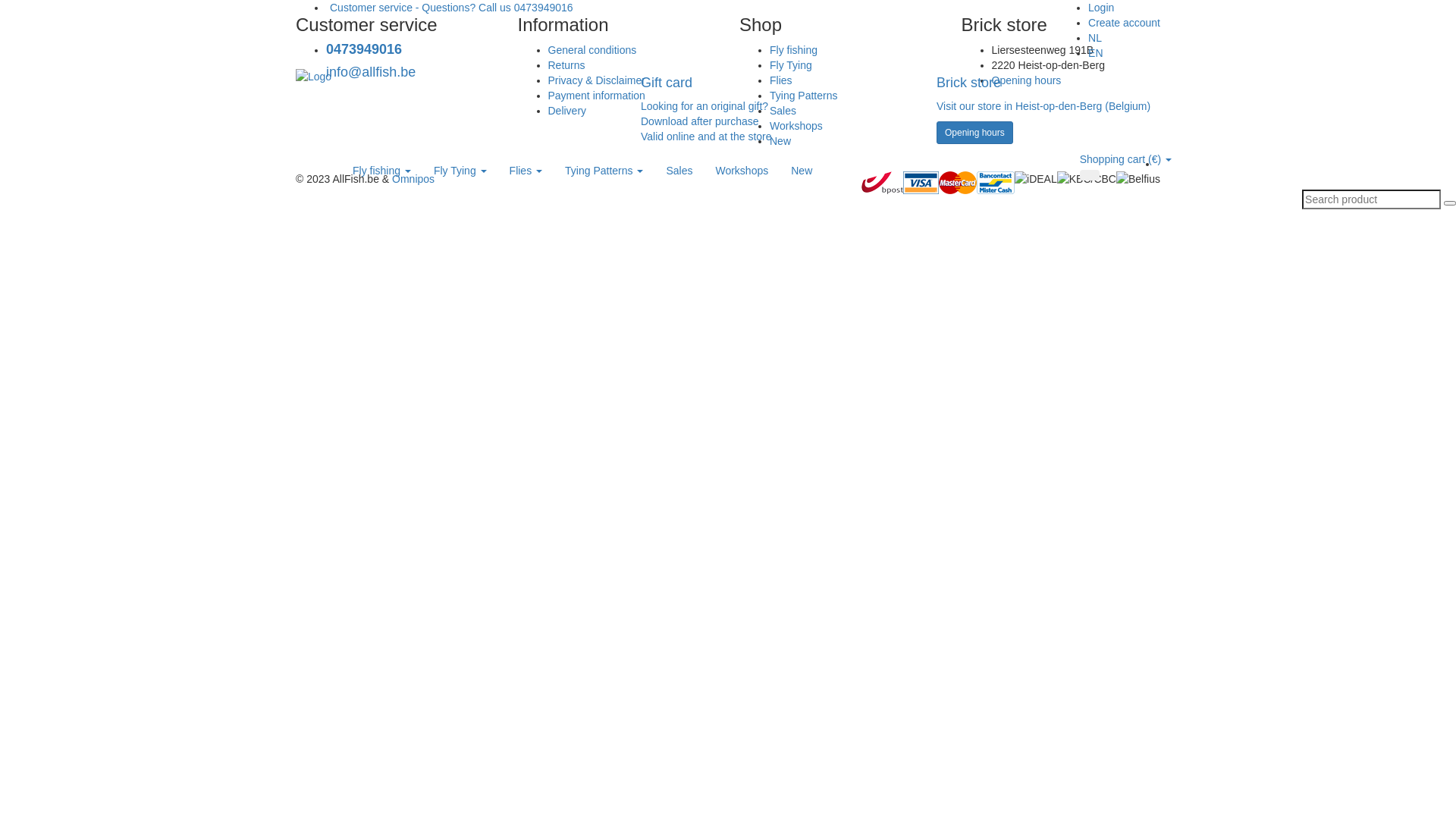  I want to click on 'General conditions', so click(546, 49).